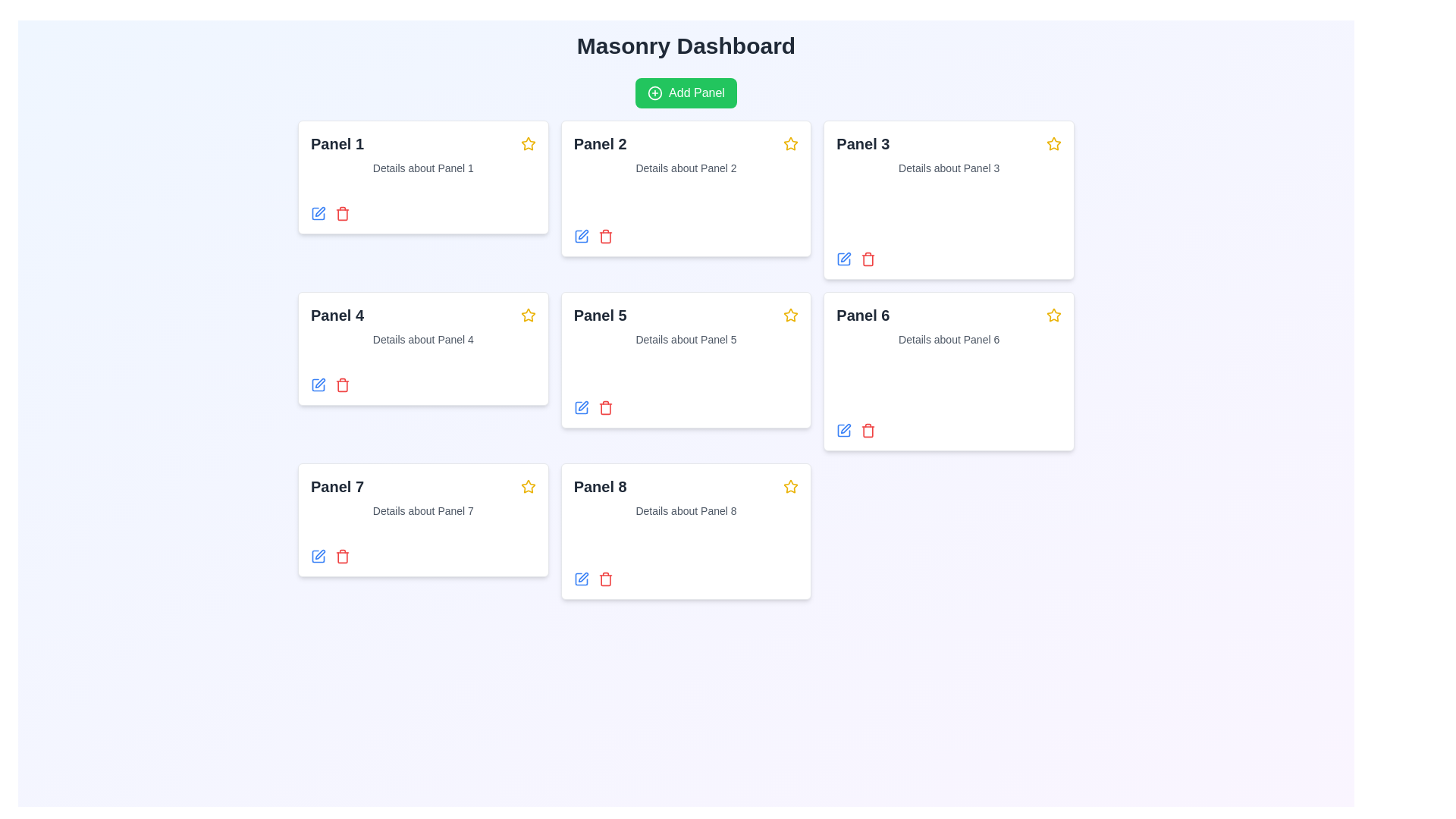 This screenshot has height=819, width=1456. What do you see at coordinates (685, 511) in the screenshot?
I see `the Static Text element that reads 'Details about Panel 8' located within the 'Panel 8' card component, positioned below the header 'Panel 8'` at bounding box center [685, 511].